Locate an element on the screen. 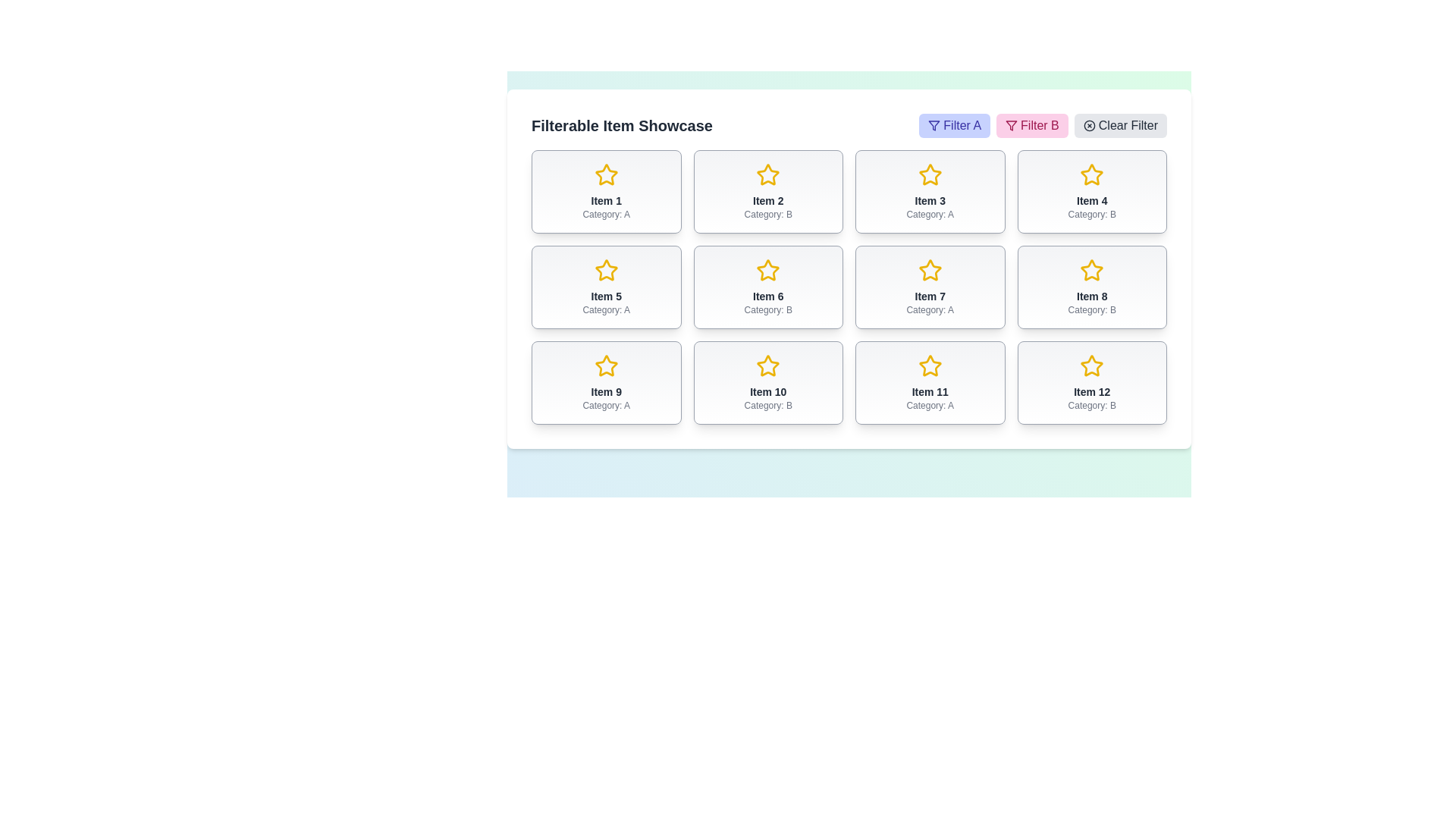 The width and height of the screenshot is (1456, 819). the filtering icon for 'Filter B' is located at coordinates (1012, 124).